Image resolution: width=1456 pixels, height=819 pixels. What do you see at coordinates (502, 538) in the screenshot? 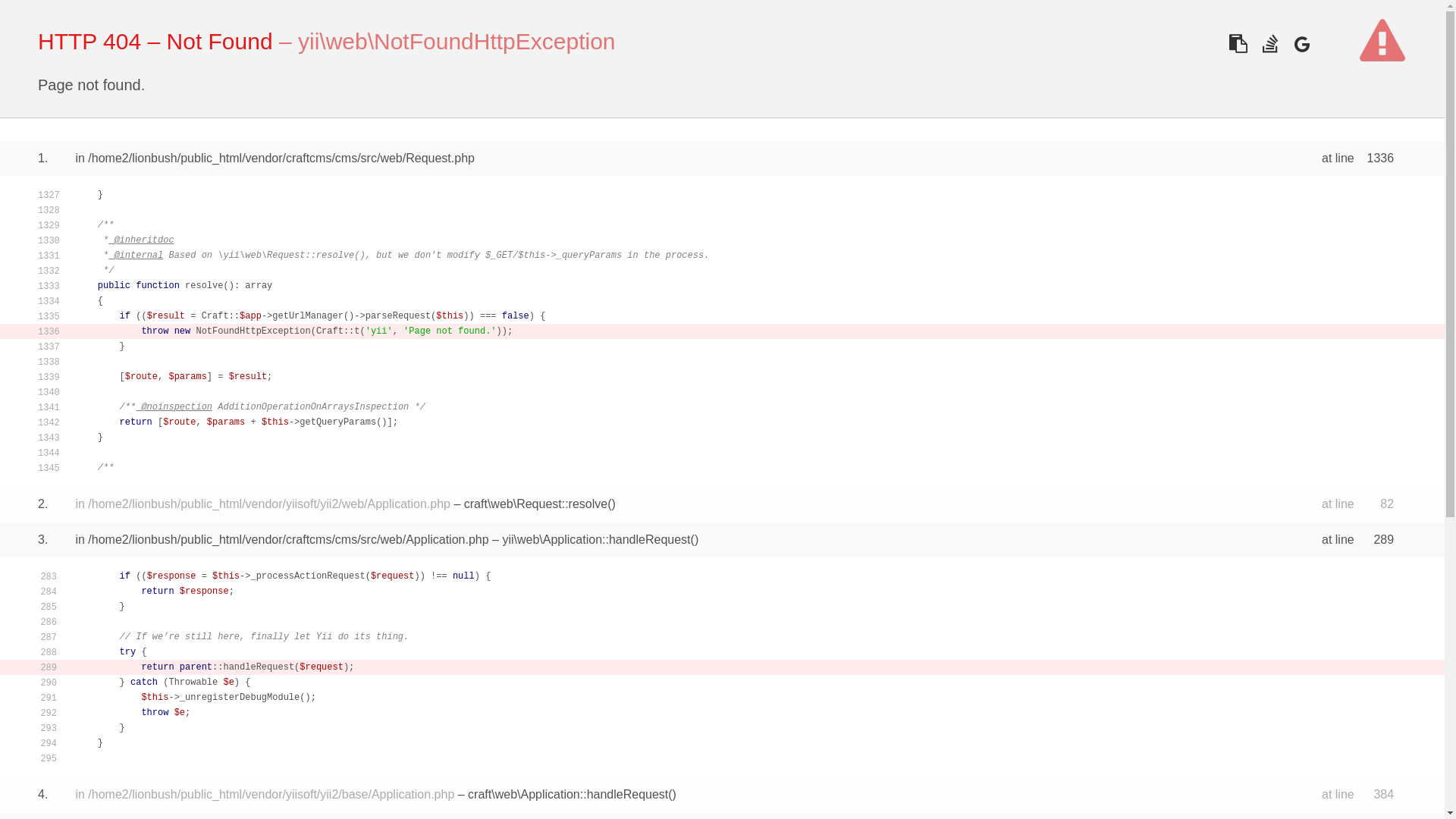
I see `'yii\web\Application::handleRequest'` at bounding box center [502, 538].